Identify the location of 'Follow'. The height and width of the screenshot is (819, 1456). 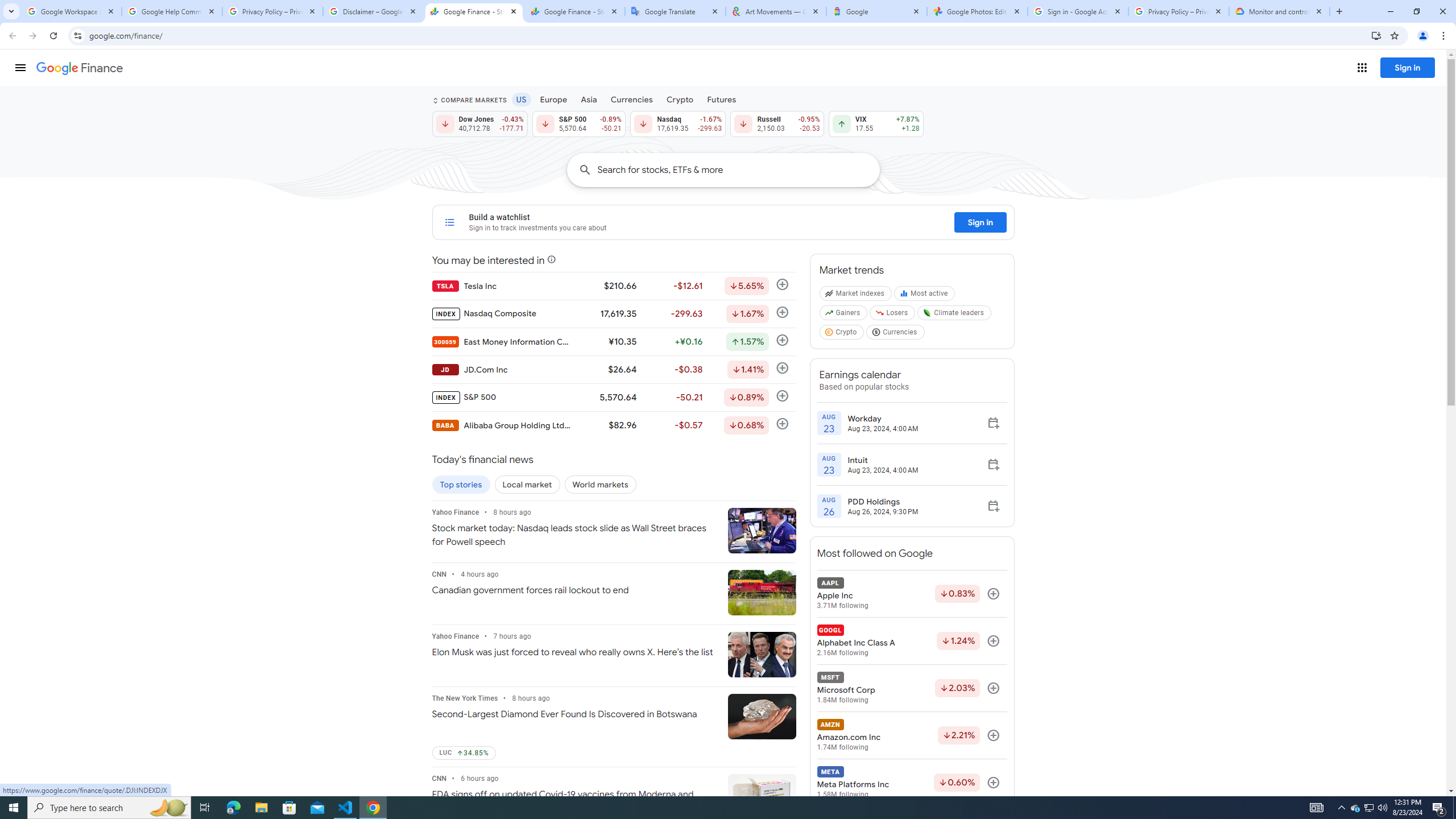
(993, 783).